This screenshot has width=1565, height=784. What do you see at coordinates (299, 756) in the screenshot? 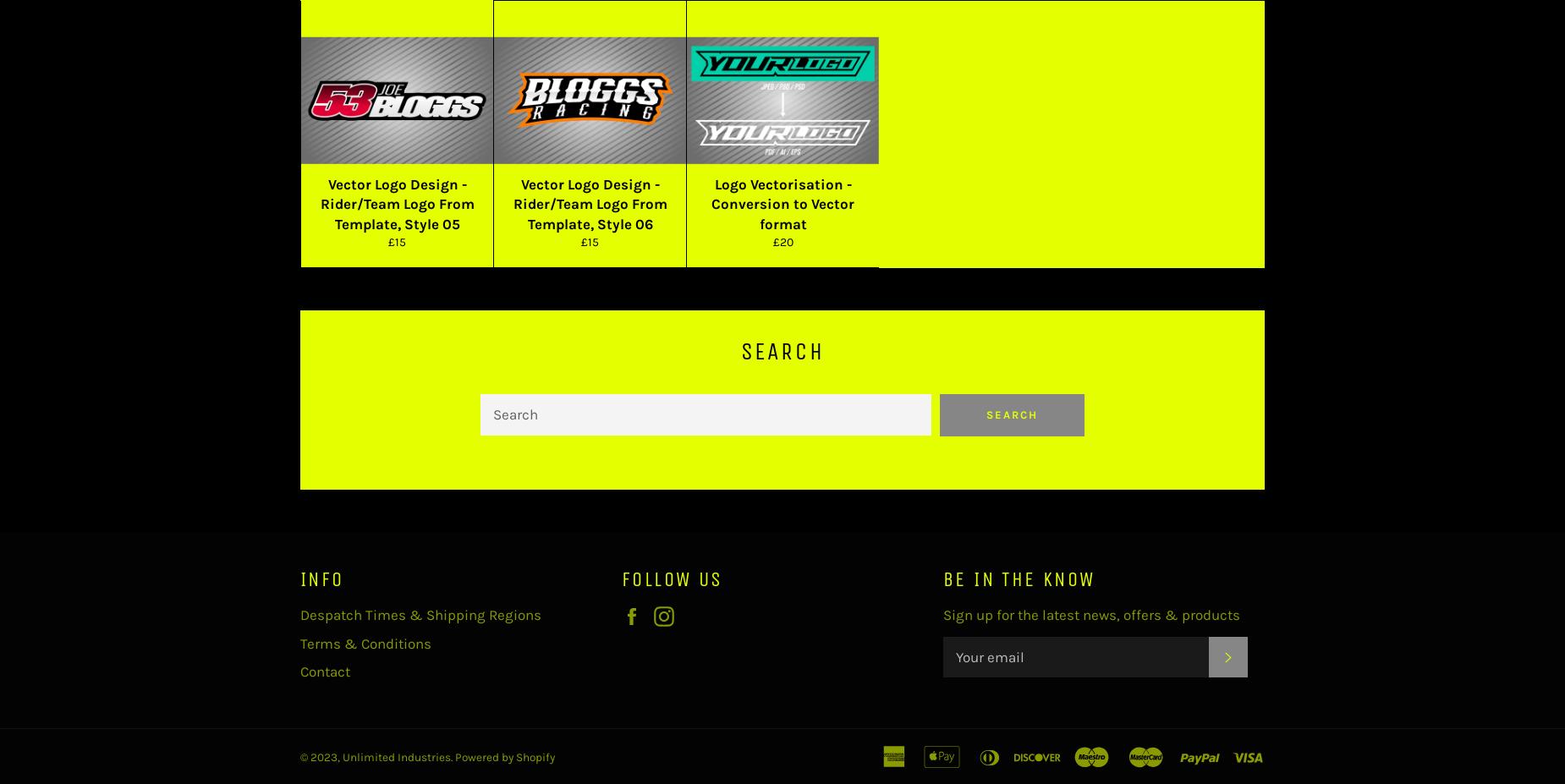
I see `'© 2023,'` at bounding box center [299, 756].